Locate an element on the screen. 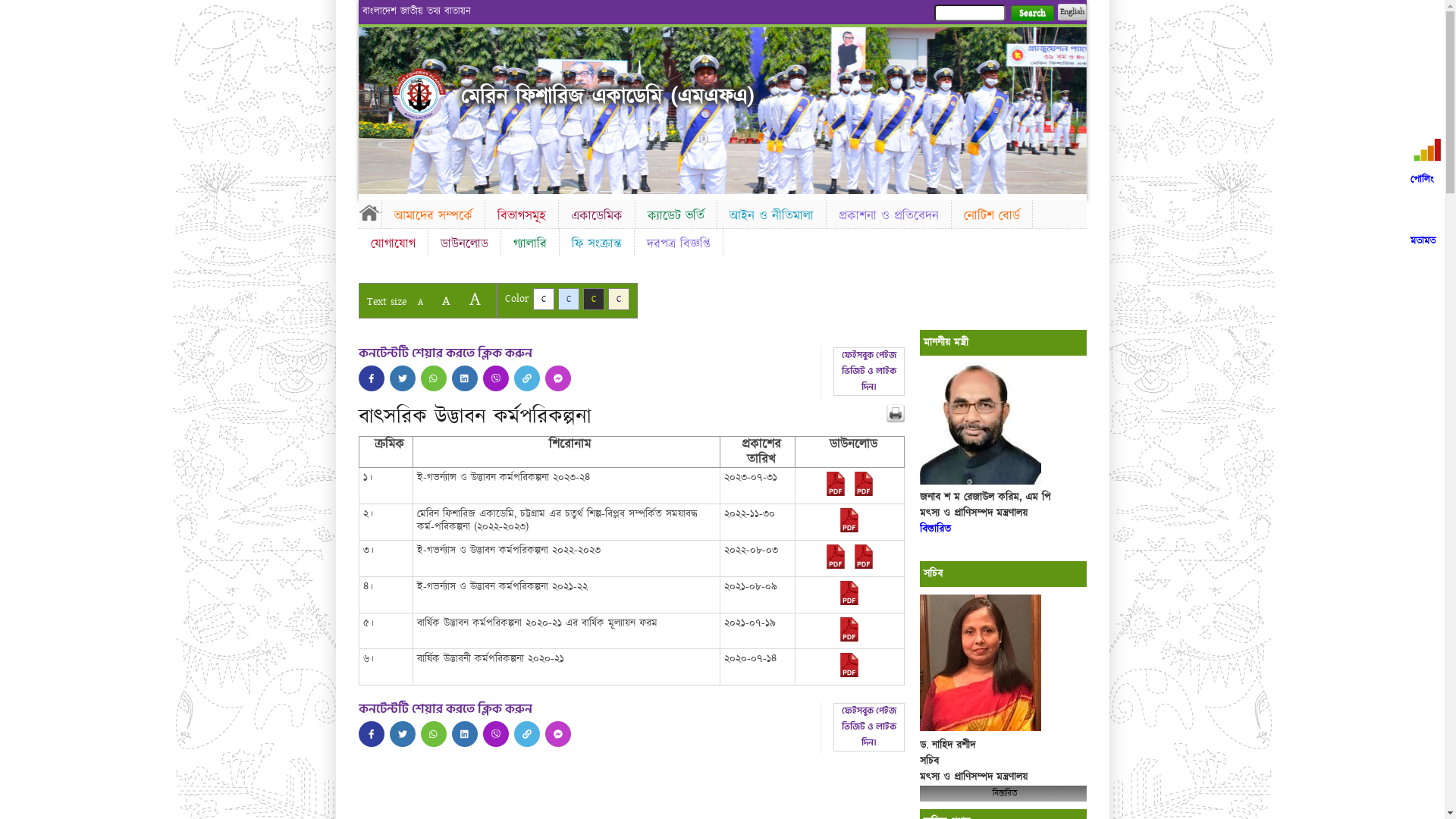 This screenshot has height=819, width=1456. '2023-07-31-09-17-785443f333b9fa75a77498dc5881d5d4.pdf' is located at coordinates (822, 493).